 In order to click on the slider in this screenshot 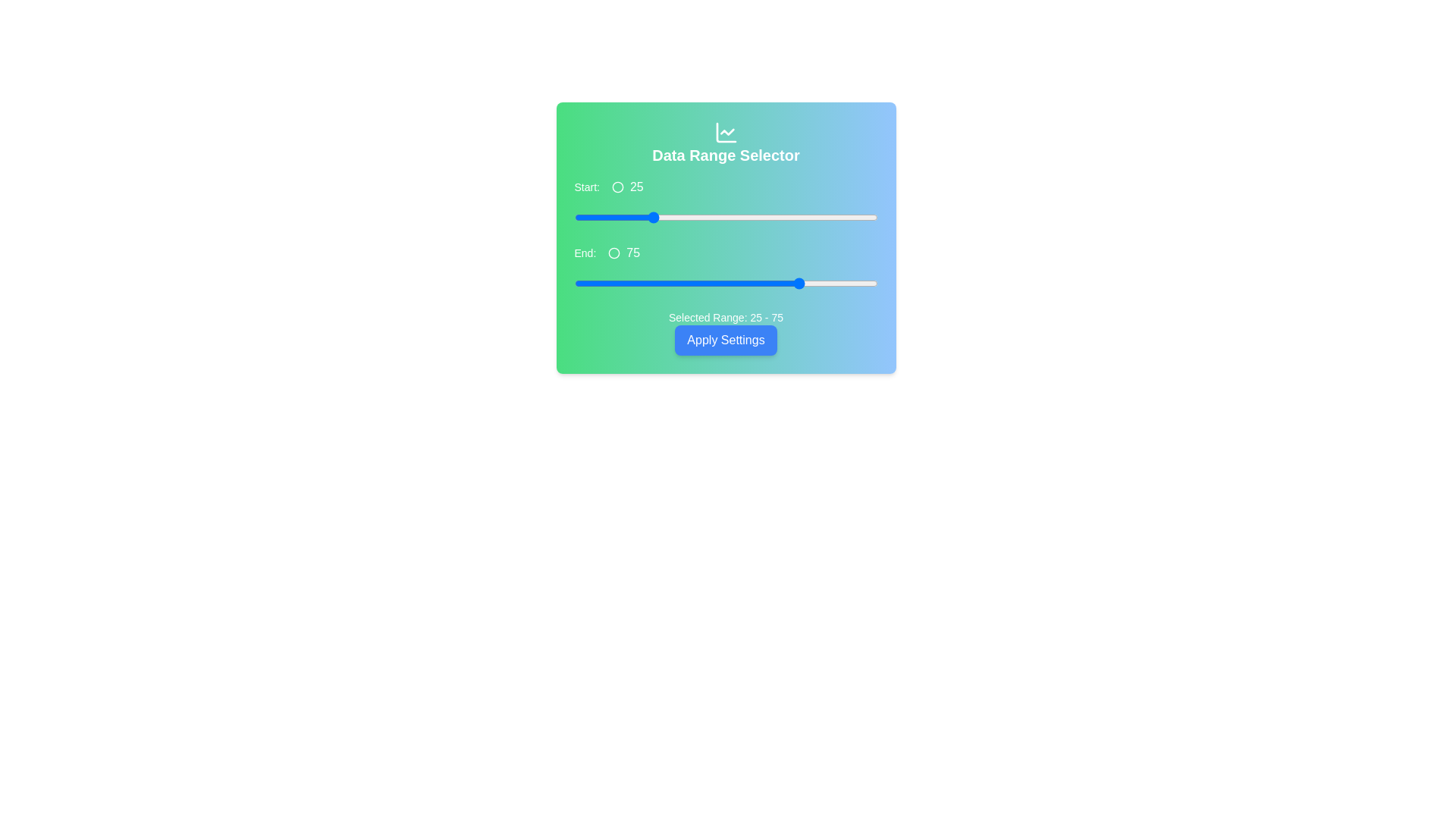, I will do `click(613, 217)`.